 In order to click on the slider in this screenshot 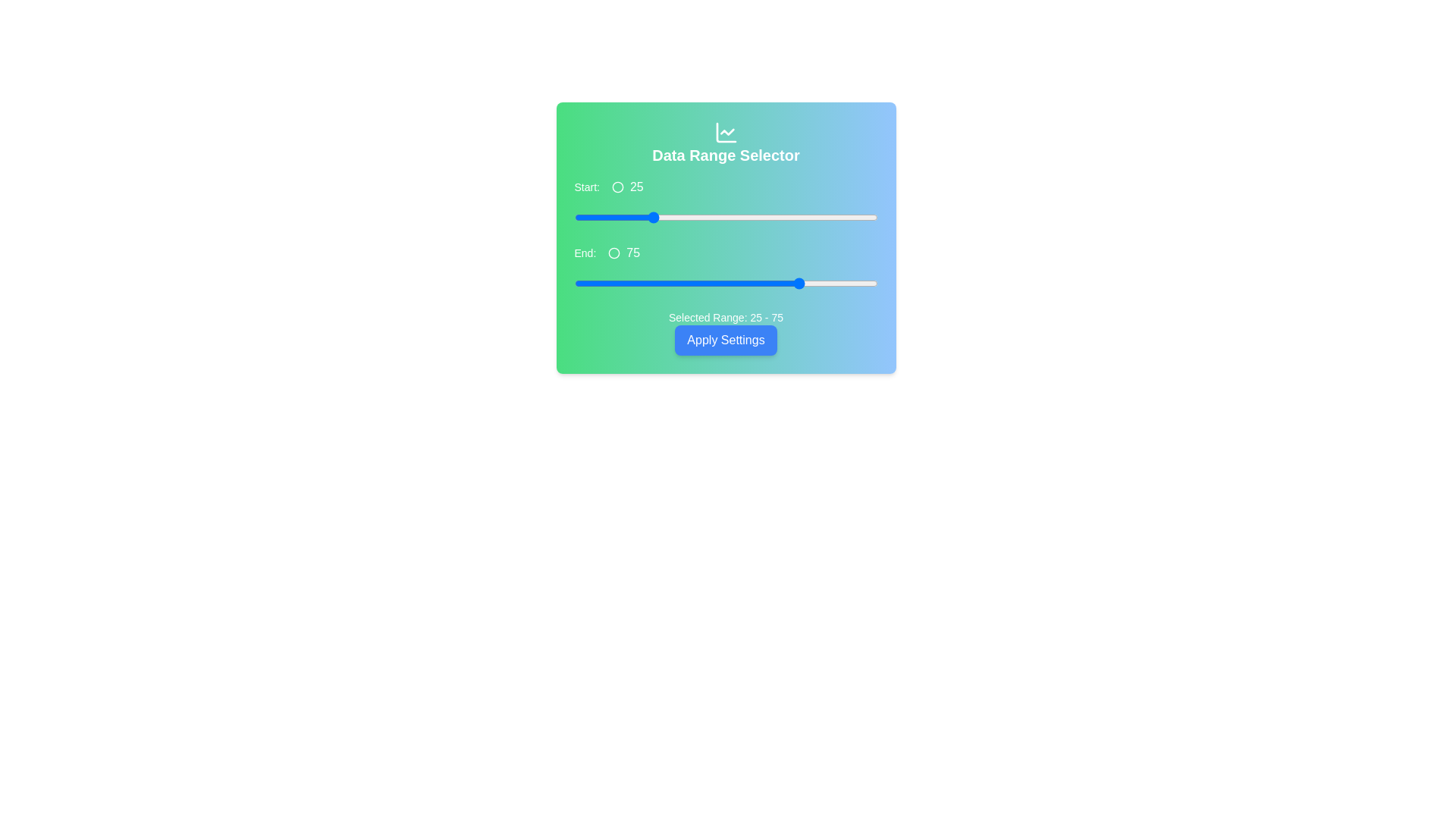, I will do `click(613, 217)`.